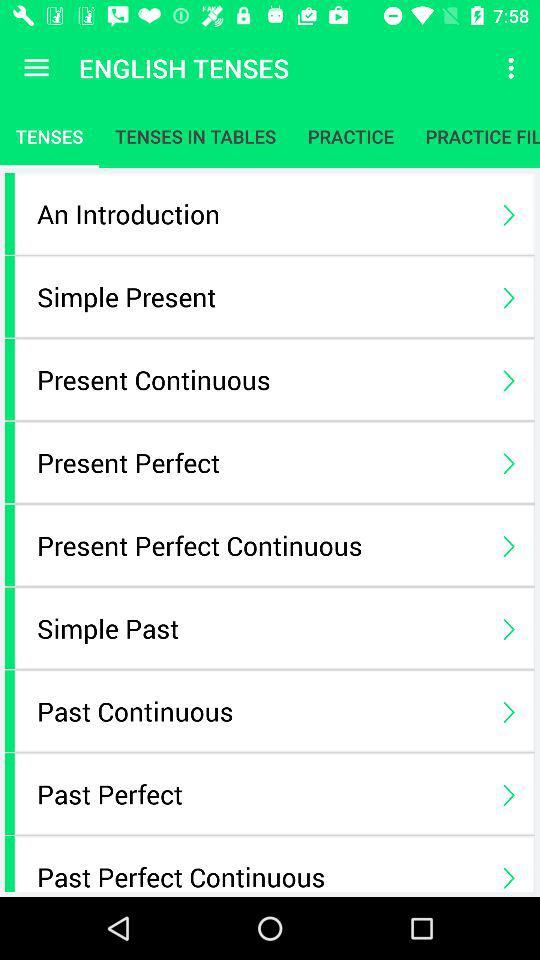 This screenshot has width=540, height=960. What do you see at coordinates (259, 213) in the screenshot?
I see `icon below the tenses icon` at bounding box center [259, 213].